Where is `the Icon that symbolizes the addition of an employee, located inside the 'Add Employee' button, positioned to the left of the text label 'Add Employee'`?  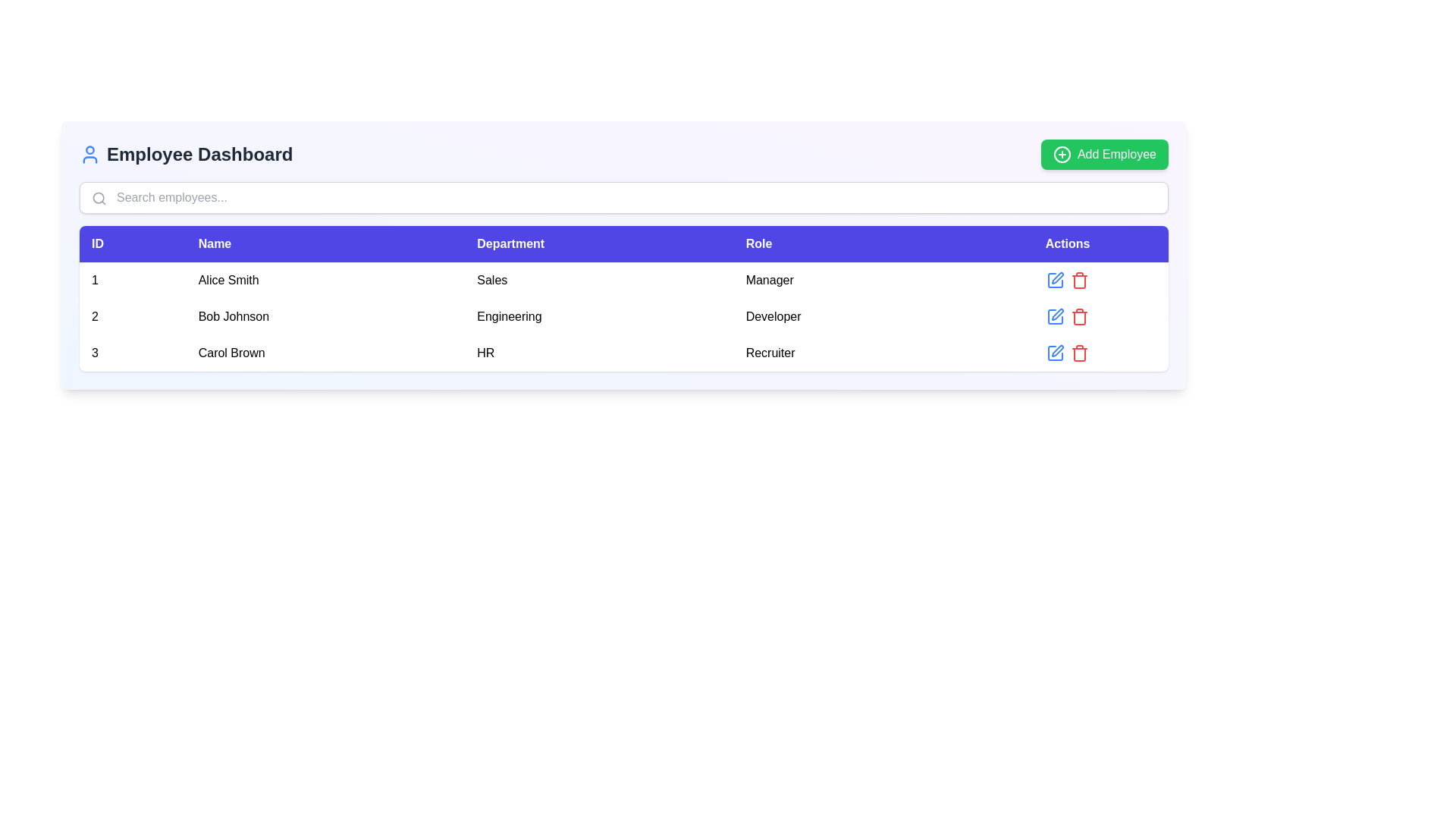 the Icon that symbolizes the addition of an employee, located inside the 'Add Employee' button, positioned to the left of the text label 'Add Employee' is located at coordinates (1062, 155).